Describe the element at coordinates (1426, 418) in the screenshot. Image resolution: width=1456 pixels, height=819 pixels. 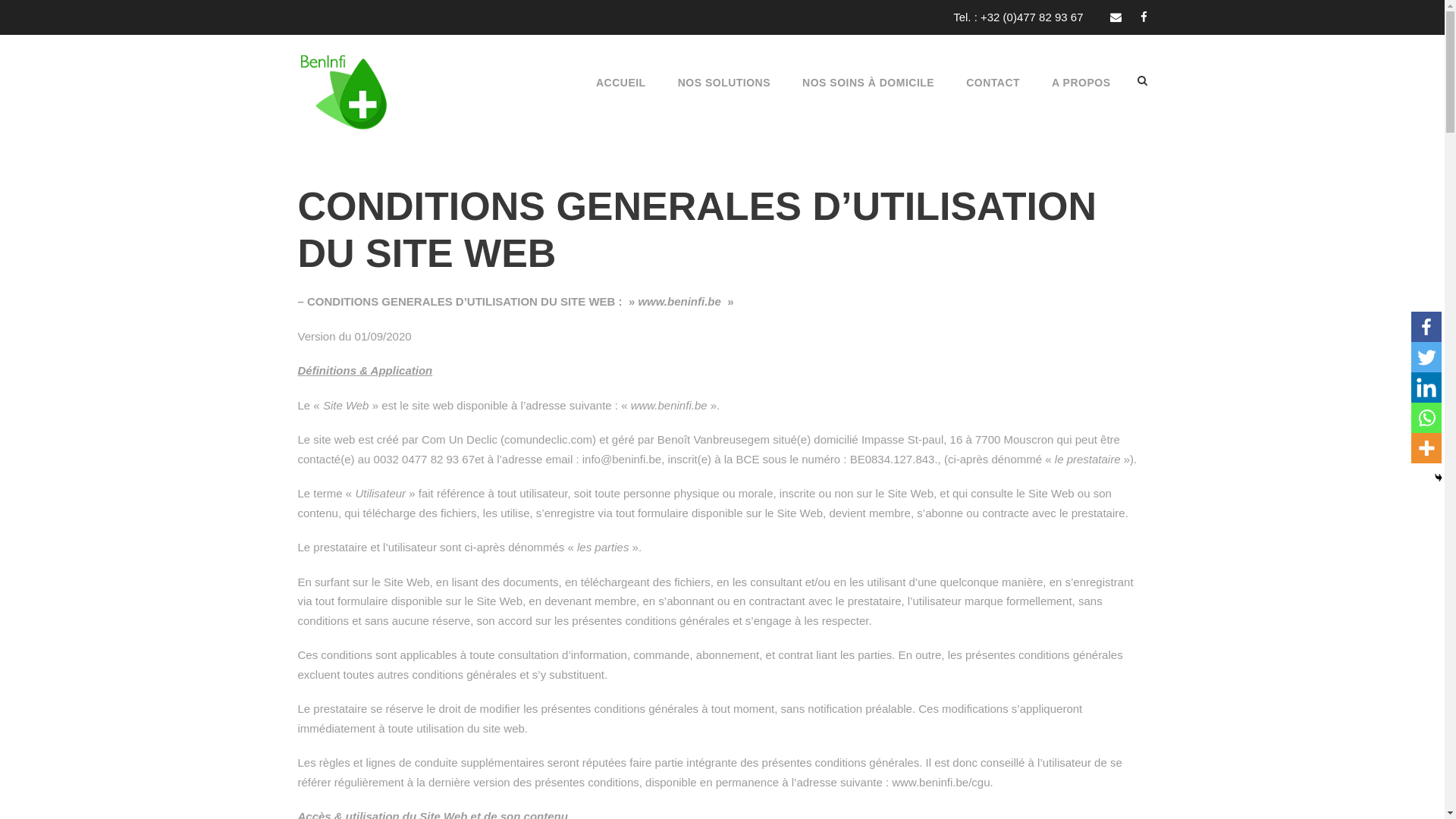
I see `'Whatsapp'` at that location.